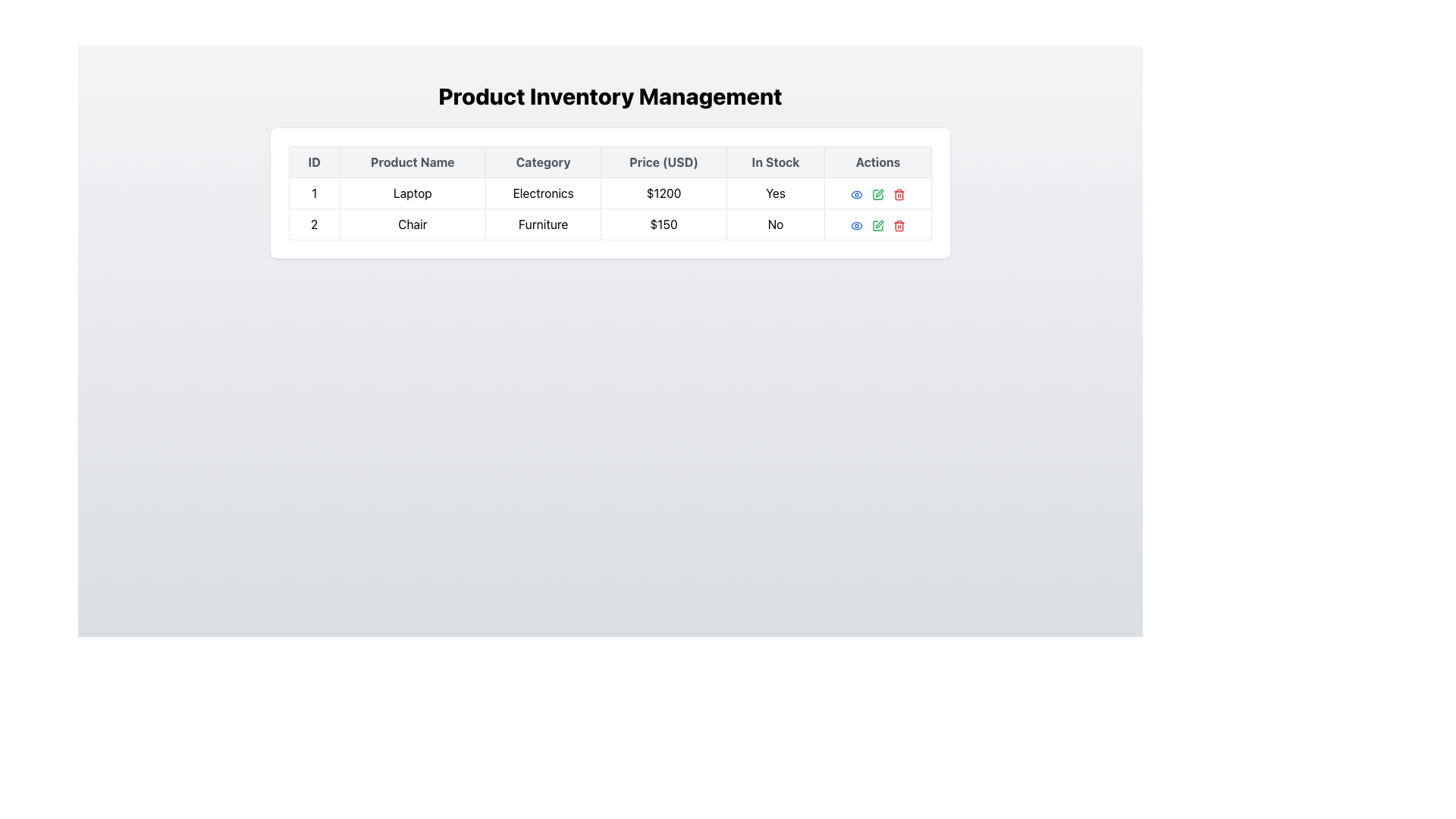 The image size is (1456, 819). Describe the element at coordinates (413, 192) in the screenshot. I see `text content of the product name in the second cell of the inventory table, located in the 'Product Name' column` at that location.